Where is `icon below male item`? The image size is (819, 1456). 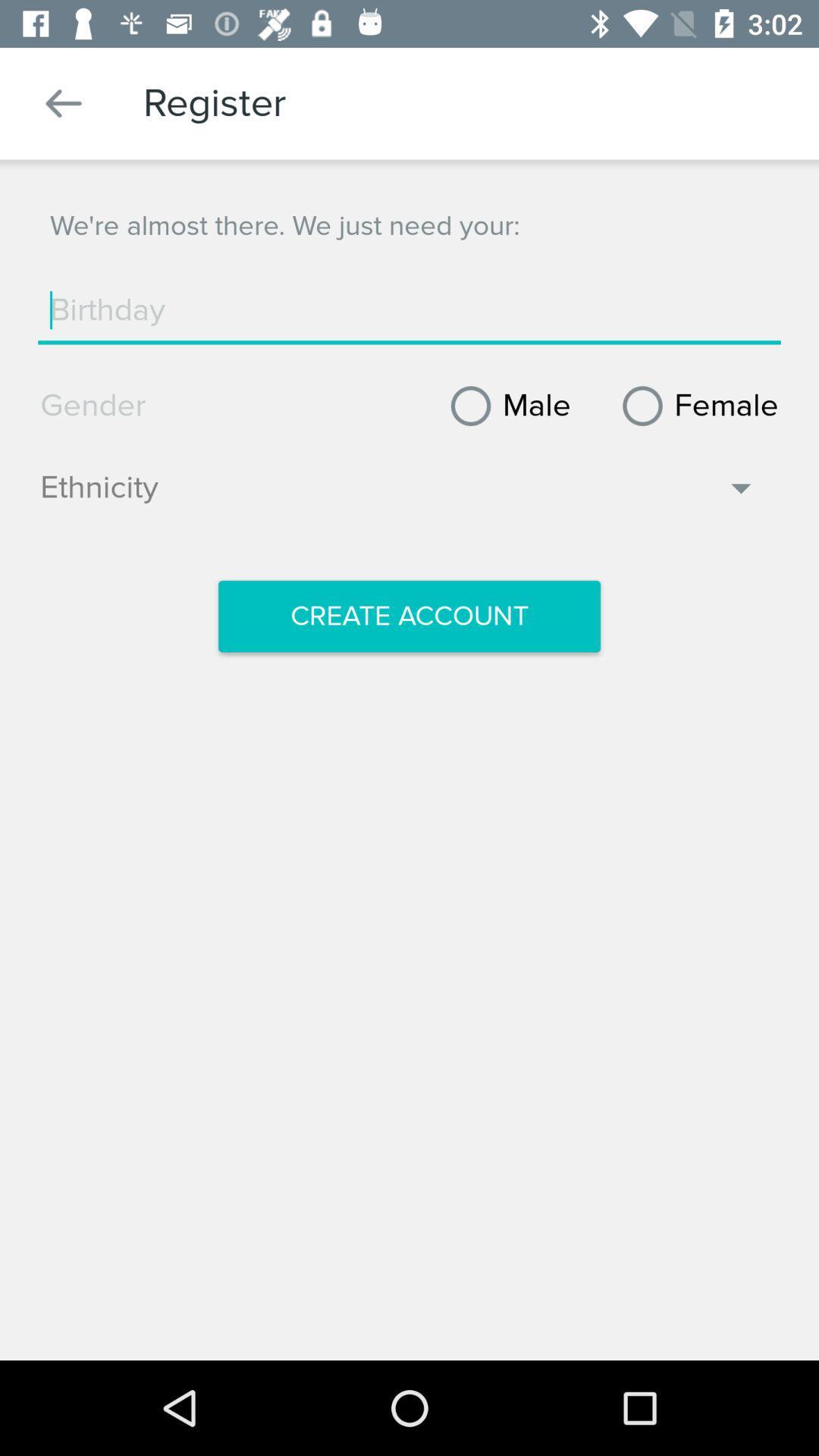 icon below male item is located at coordinates (398, 495).